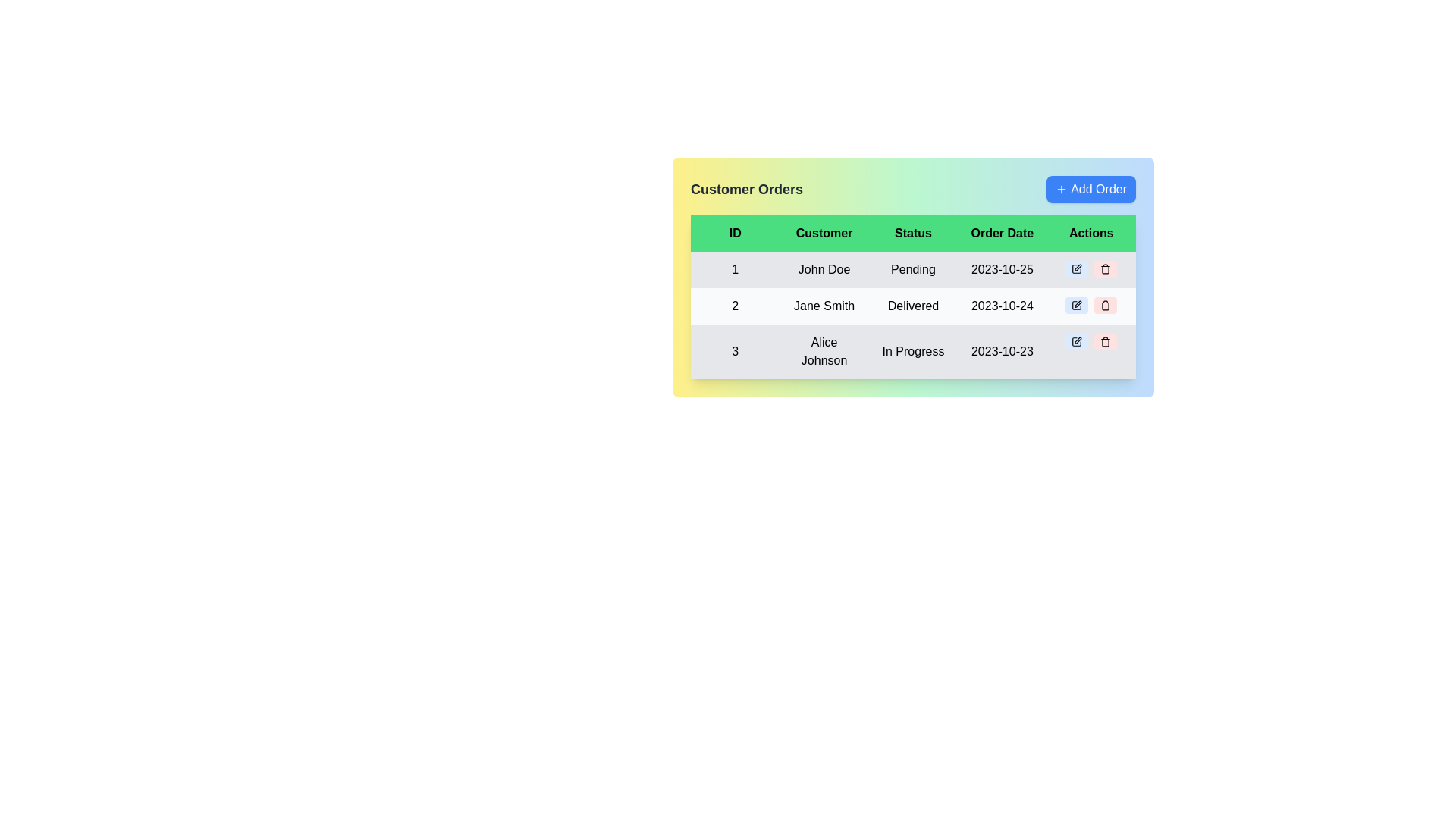 The image size is (1456, 819). What do you see at coordinates (912, 234) in the screenshot?
I see `the header label indicating the status information in the table, located between the 'Customer' and 'Order Date' headers` at bounding box center [912, 234].